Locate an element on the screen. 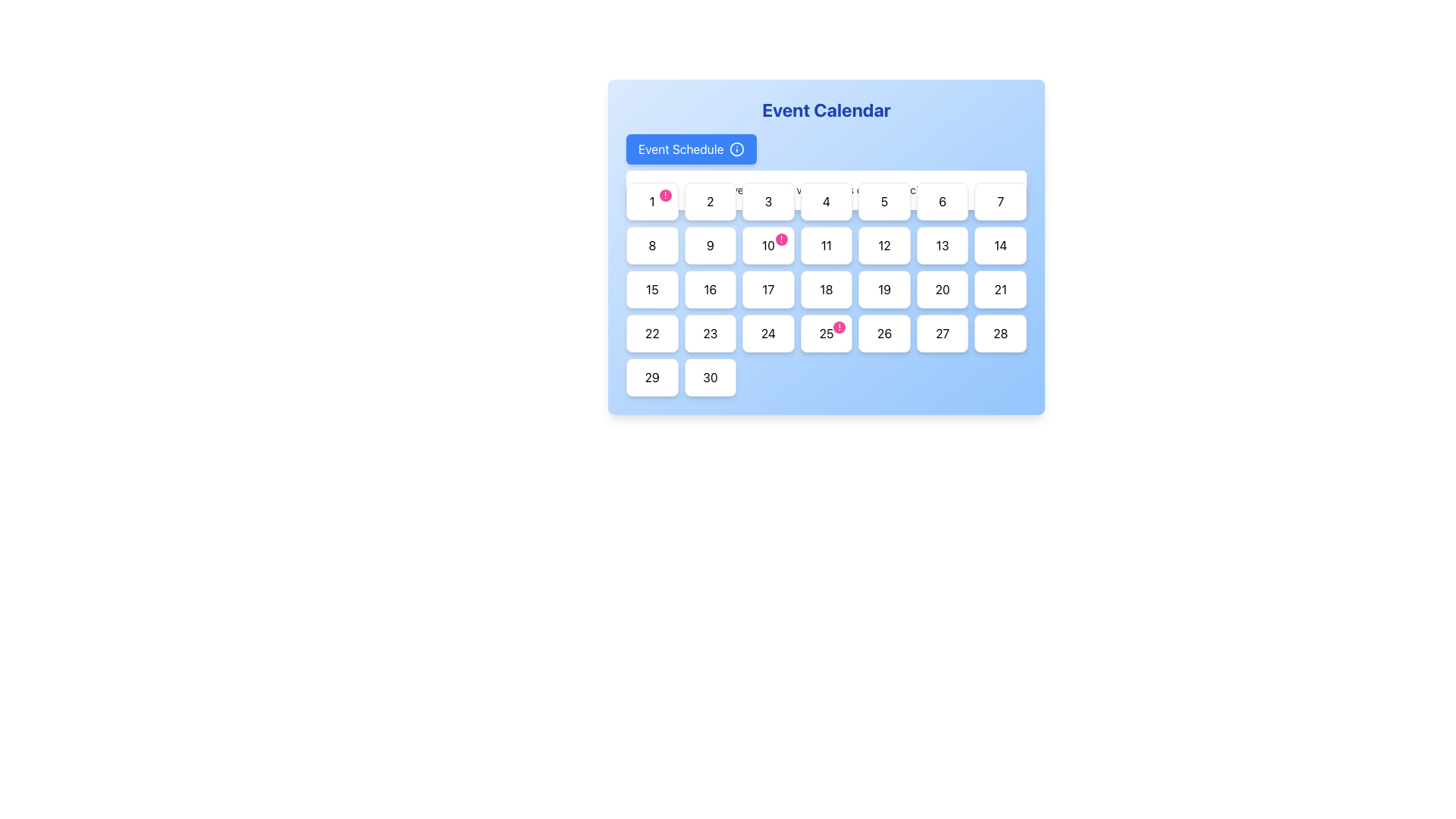 Image resolution: width=1456 pixels, height=819 pixels. the button representing the second day in the calendar view is located at coordinates (709, 201).